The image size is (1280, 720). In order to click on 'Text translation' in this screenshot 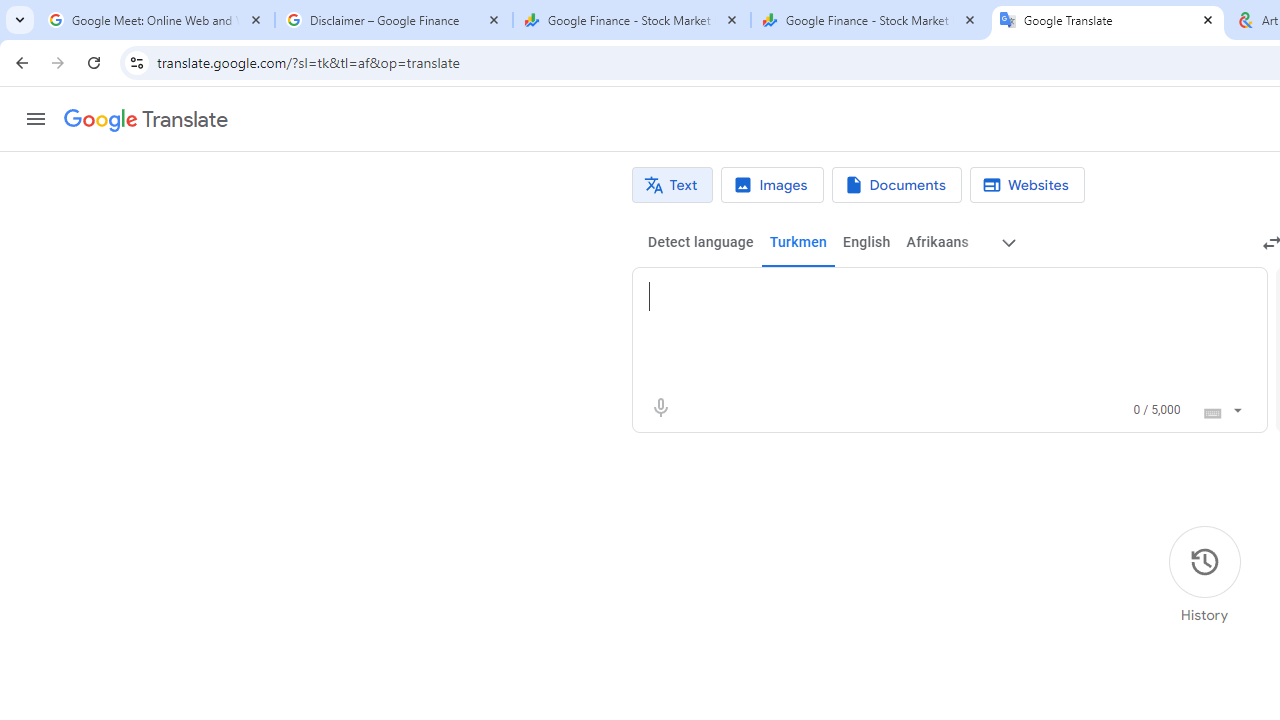, I will do `click(672, 185)`.